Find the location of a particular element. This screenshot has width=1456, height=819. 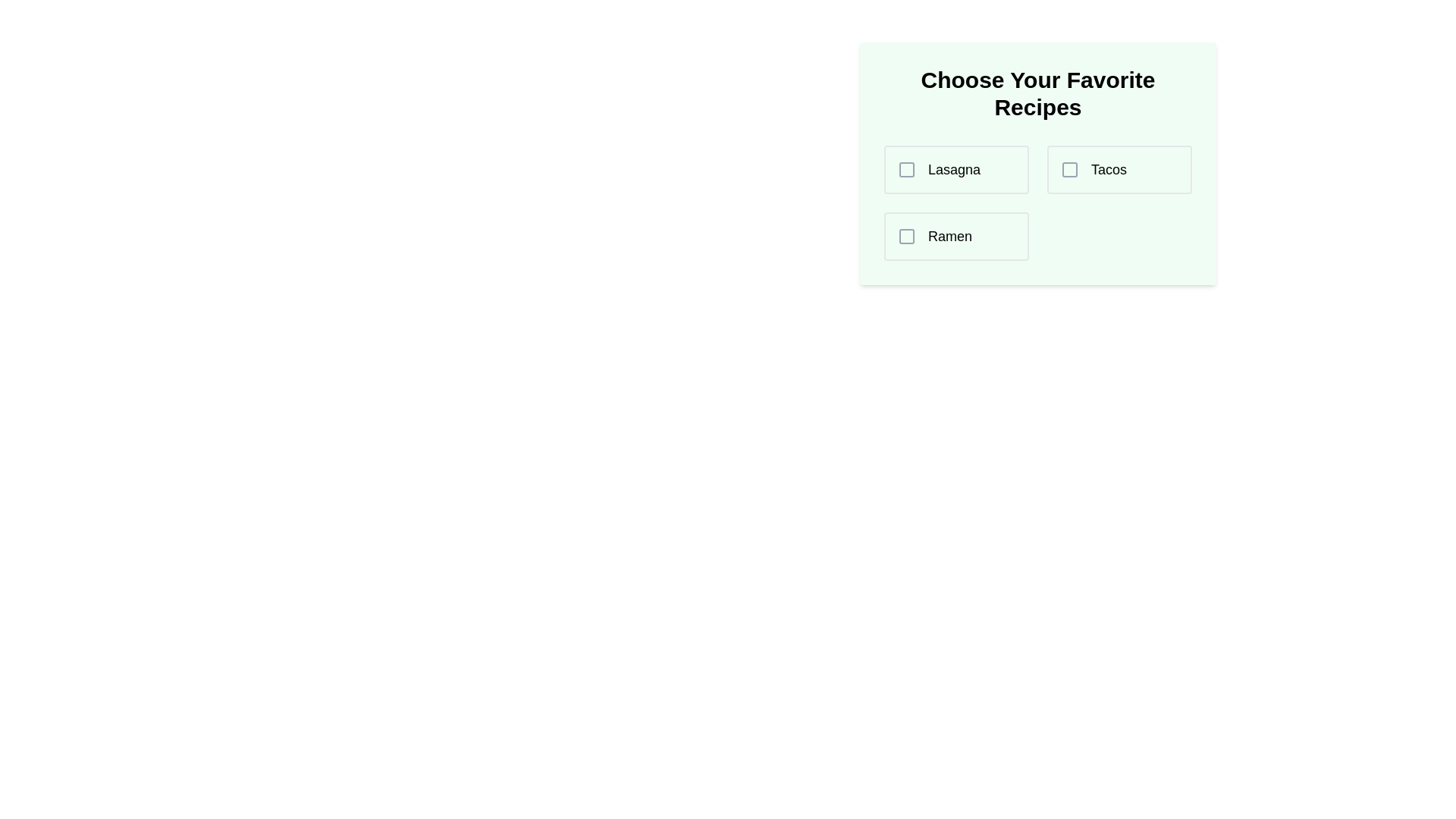

the 'Ramen' label to associate it with the checkbox to its left is located at coordinates (949, 237).